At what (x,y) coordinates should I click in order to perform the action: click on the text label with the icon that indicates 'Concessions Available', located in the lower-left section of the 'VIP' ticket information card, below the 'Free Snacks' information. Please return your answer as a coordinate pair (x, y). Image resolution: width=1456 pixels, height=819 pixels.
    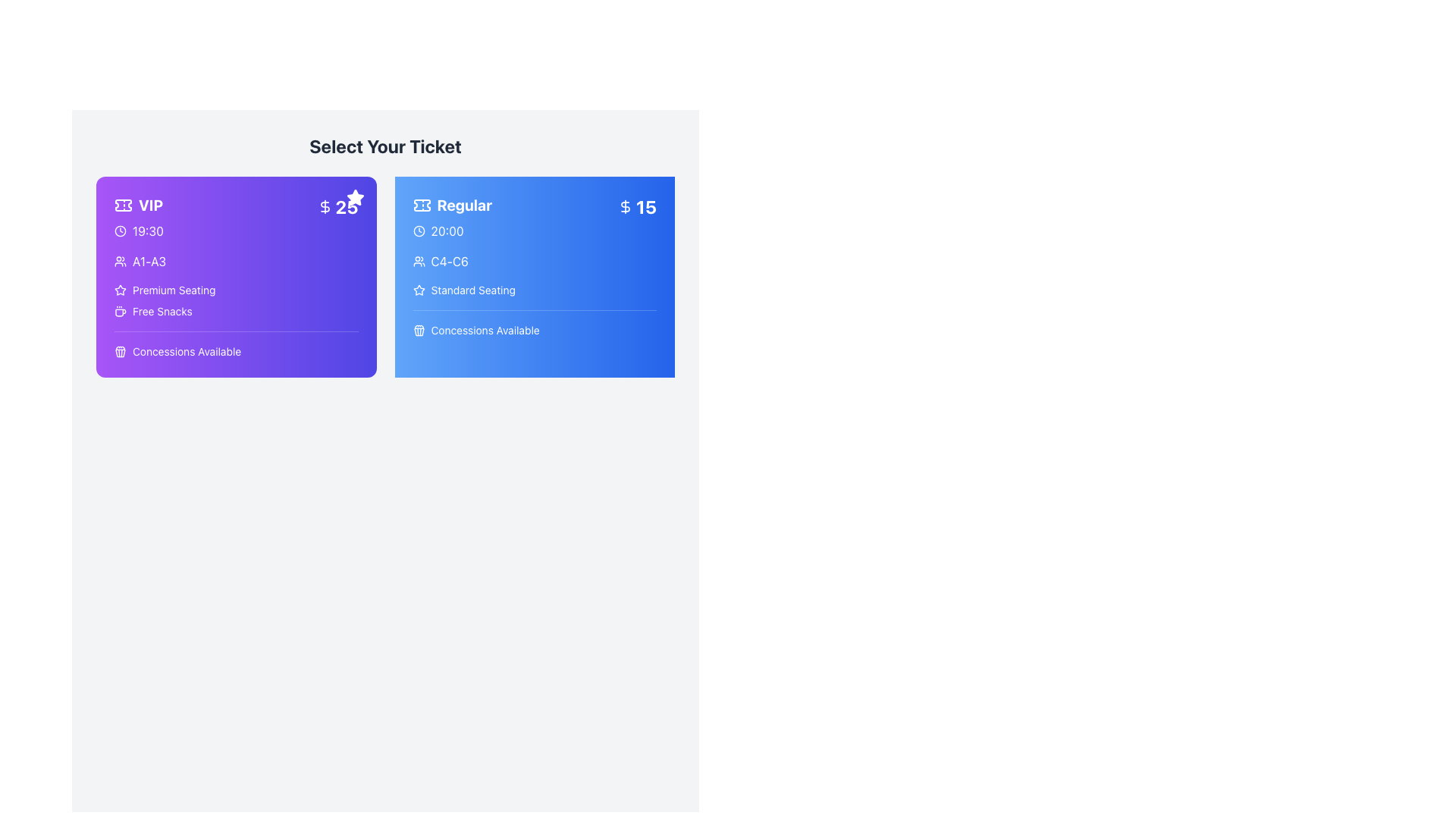
    Looking at the image, I should click on (177, 351).